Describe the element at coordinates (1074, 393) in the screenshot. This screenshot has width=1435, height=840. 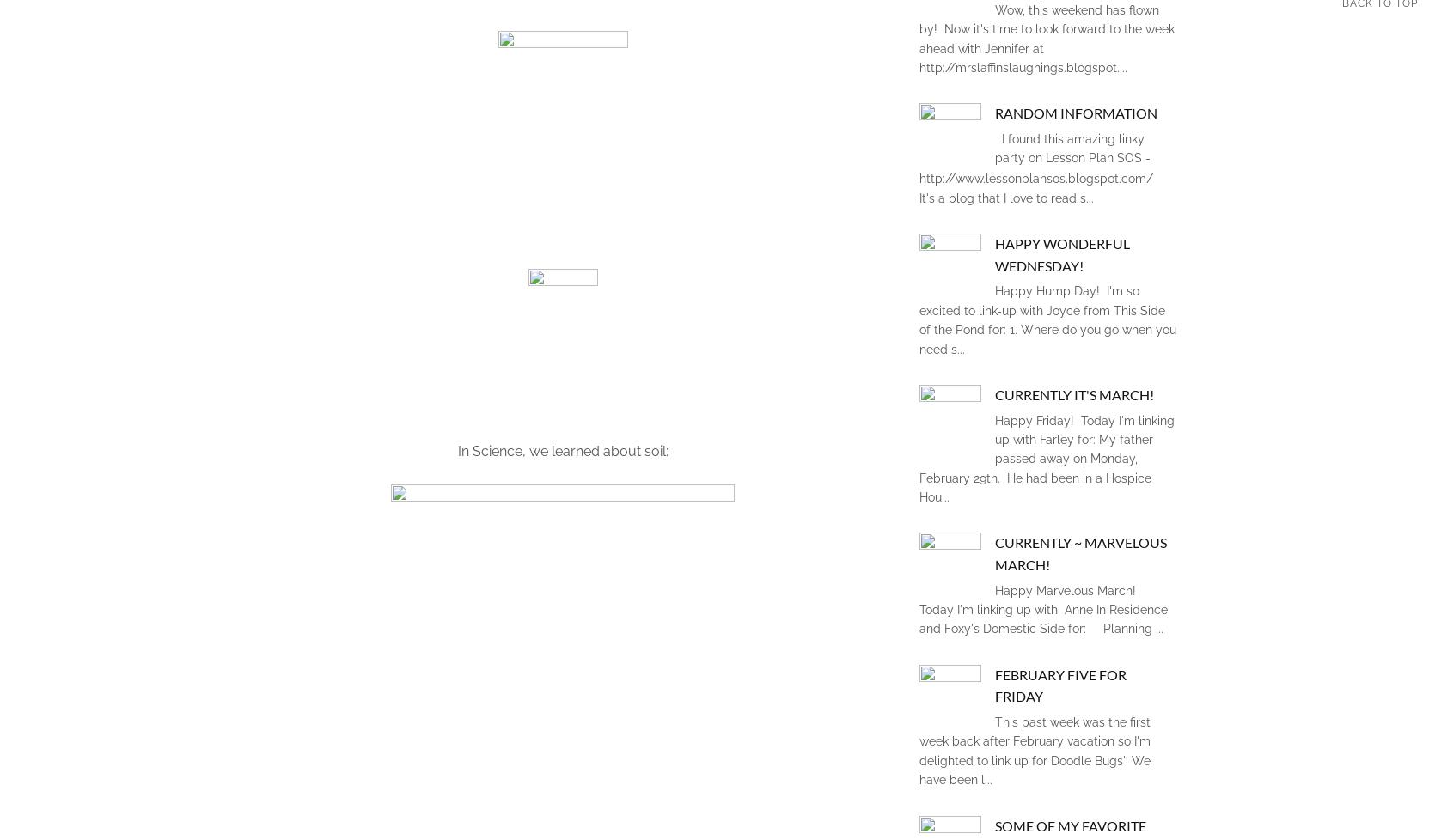
I see `'Currently it's March!'` at that location.